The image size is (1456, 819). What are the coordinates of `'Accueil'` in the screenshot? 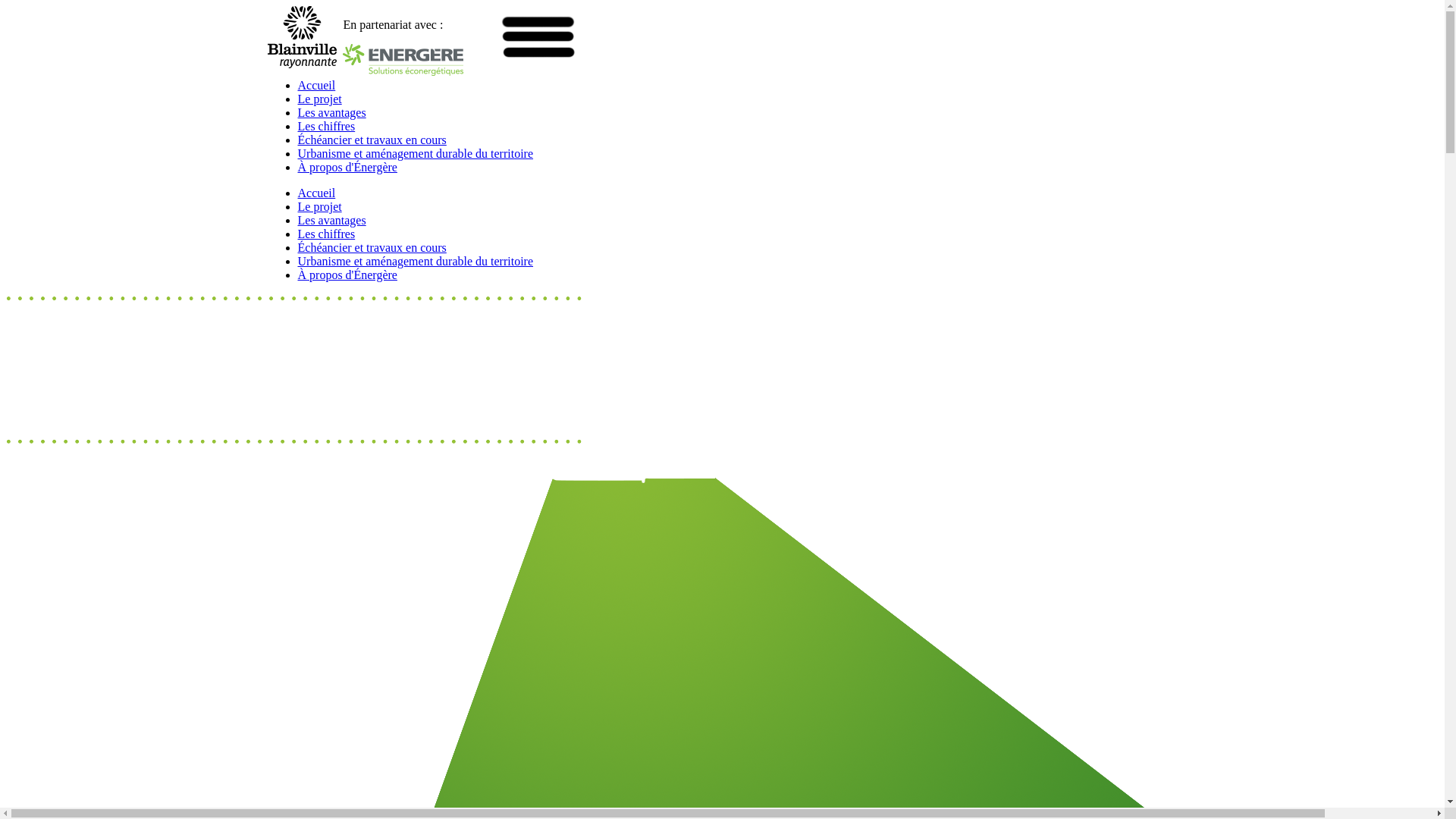 It's located at (315, 85).